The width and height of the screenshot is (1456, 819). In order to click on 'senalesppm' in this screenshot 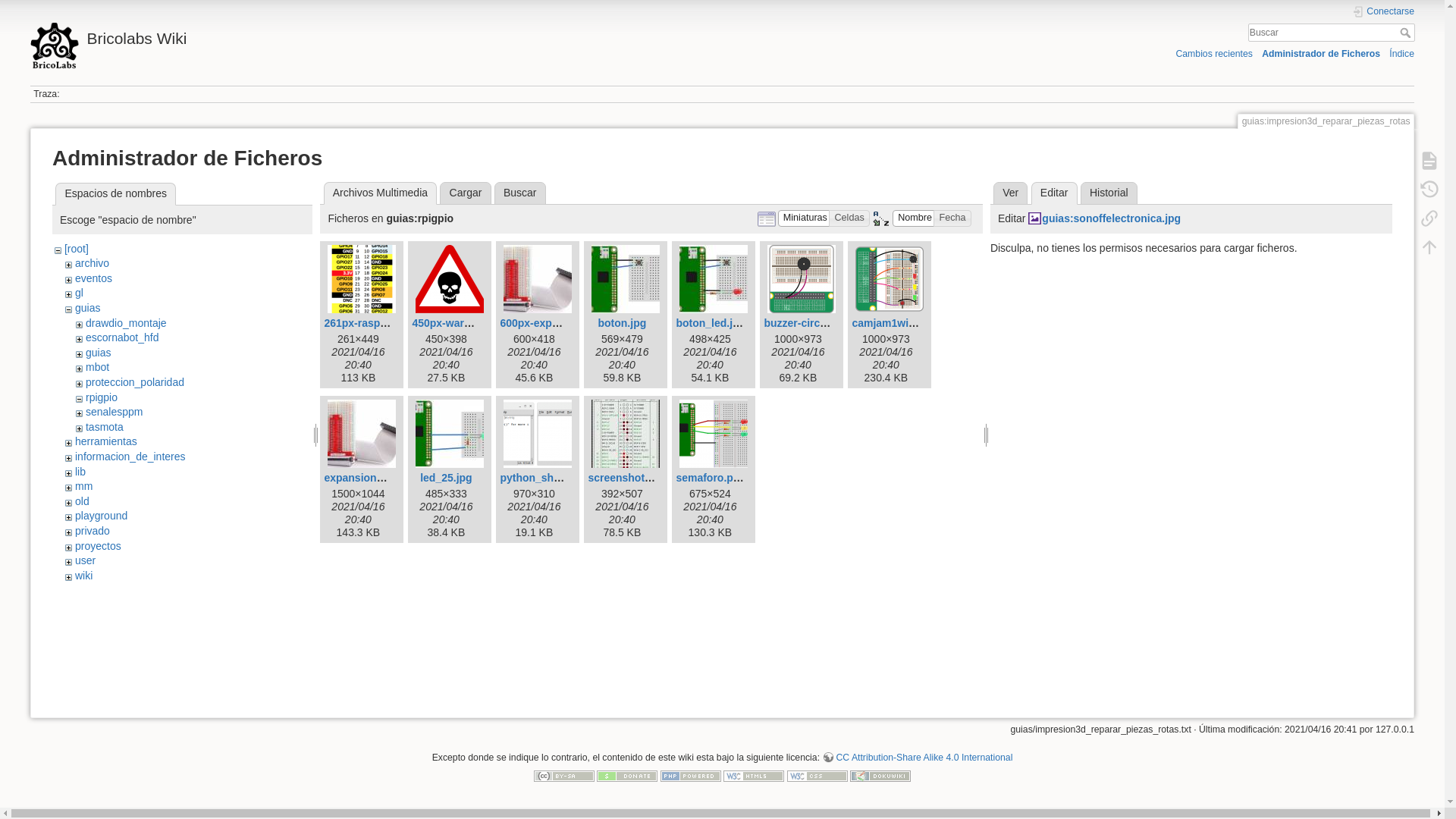, I will do `click(85, 412)`.